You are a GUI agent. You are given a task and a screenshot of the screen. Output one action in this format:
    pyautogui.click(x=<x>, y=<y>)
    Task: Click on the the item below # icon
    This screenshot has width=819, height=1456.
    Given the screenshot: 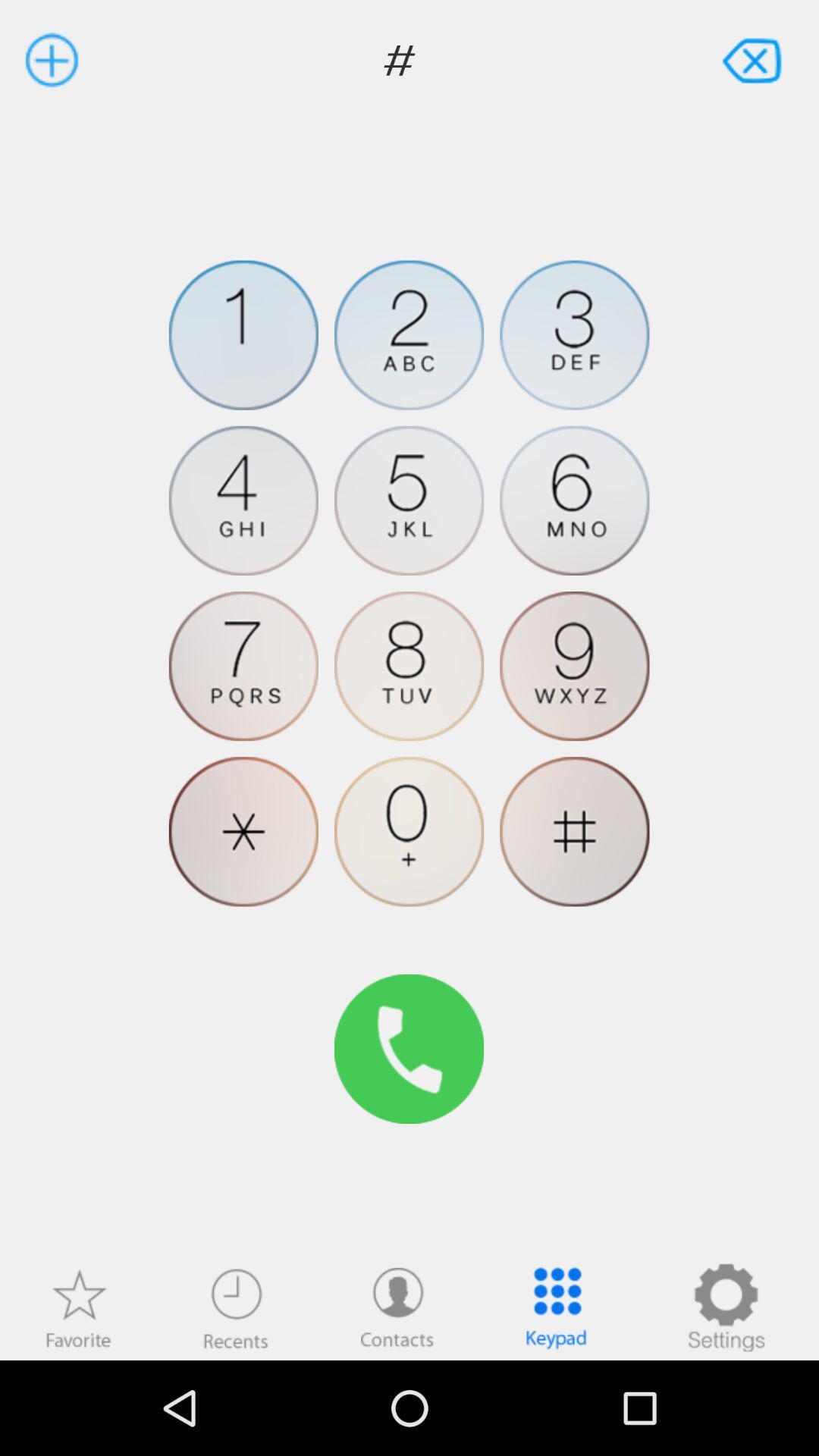 What is the action you would take?
    pyautogui.click(x=408, y=334)
    